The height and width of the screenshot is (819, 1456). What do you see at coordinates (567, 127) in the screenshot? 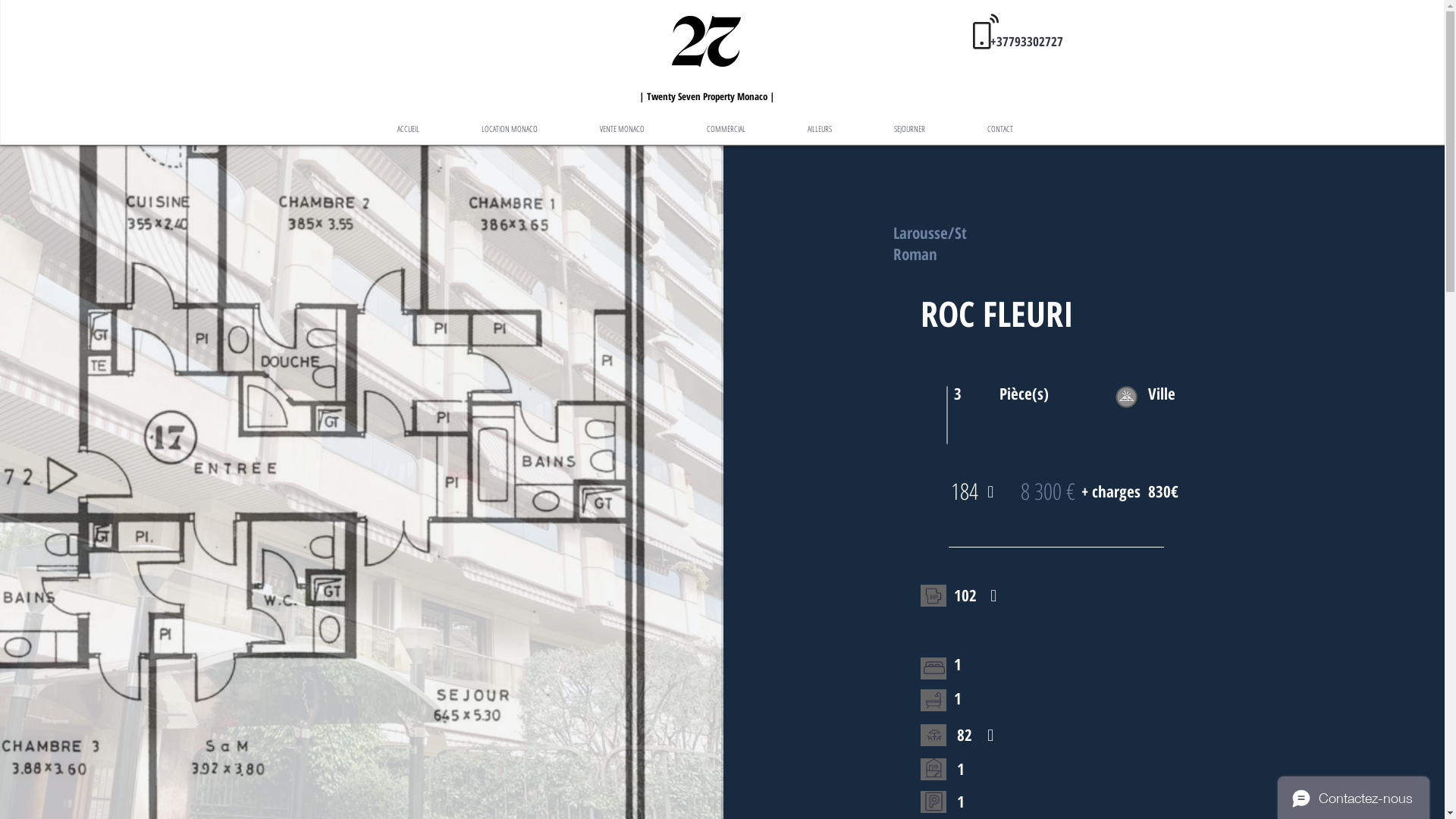
I see `'VENTE MONACO'` at bounding box center [567, 127].